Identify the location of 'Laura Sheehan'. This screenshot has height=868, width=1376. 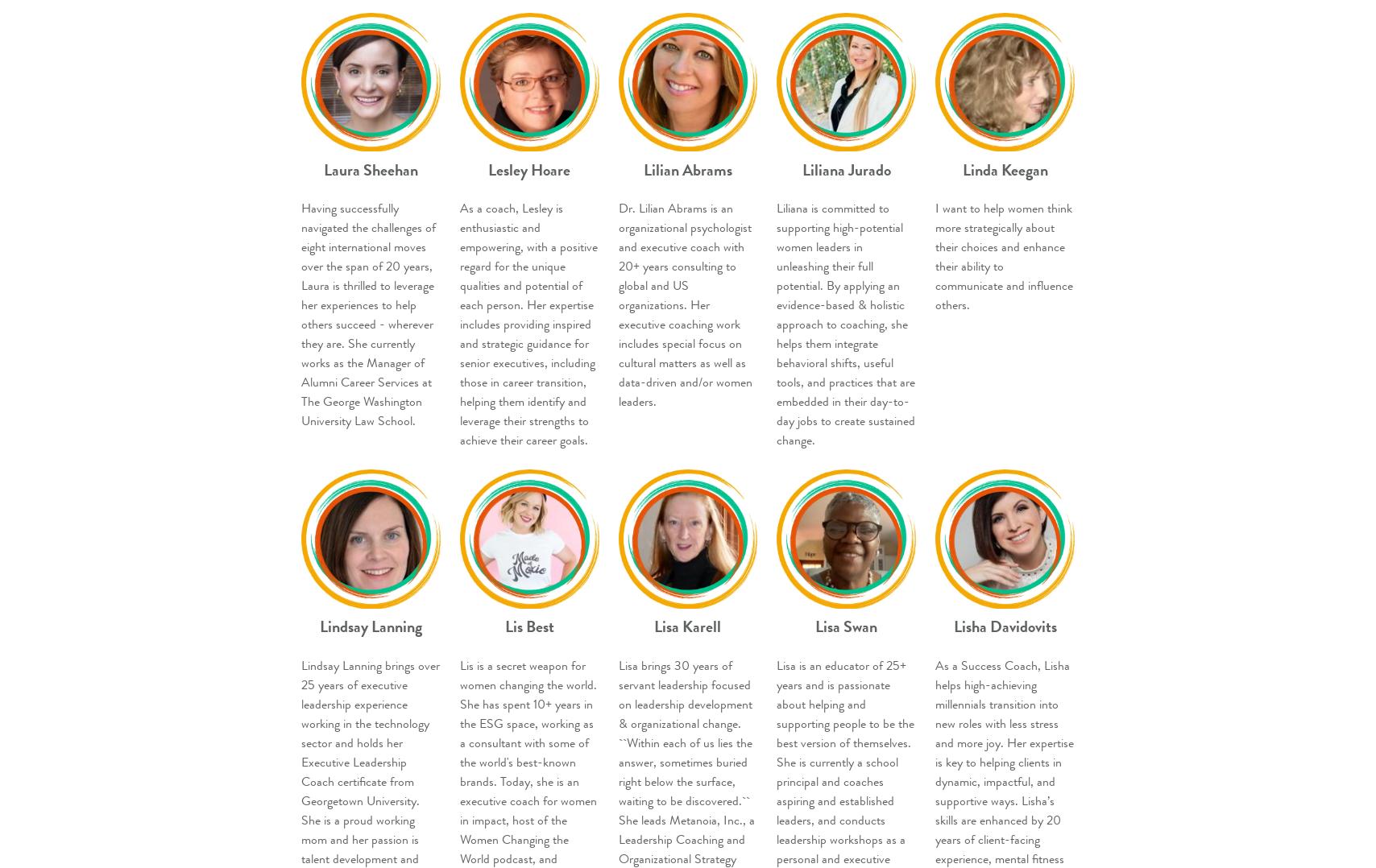
(323, 169).